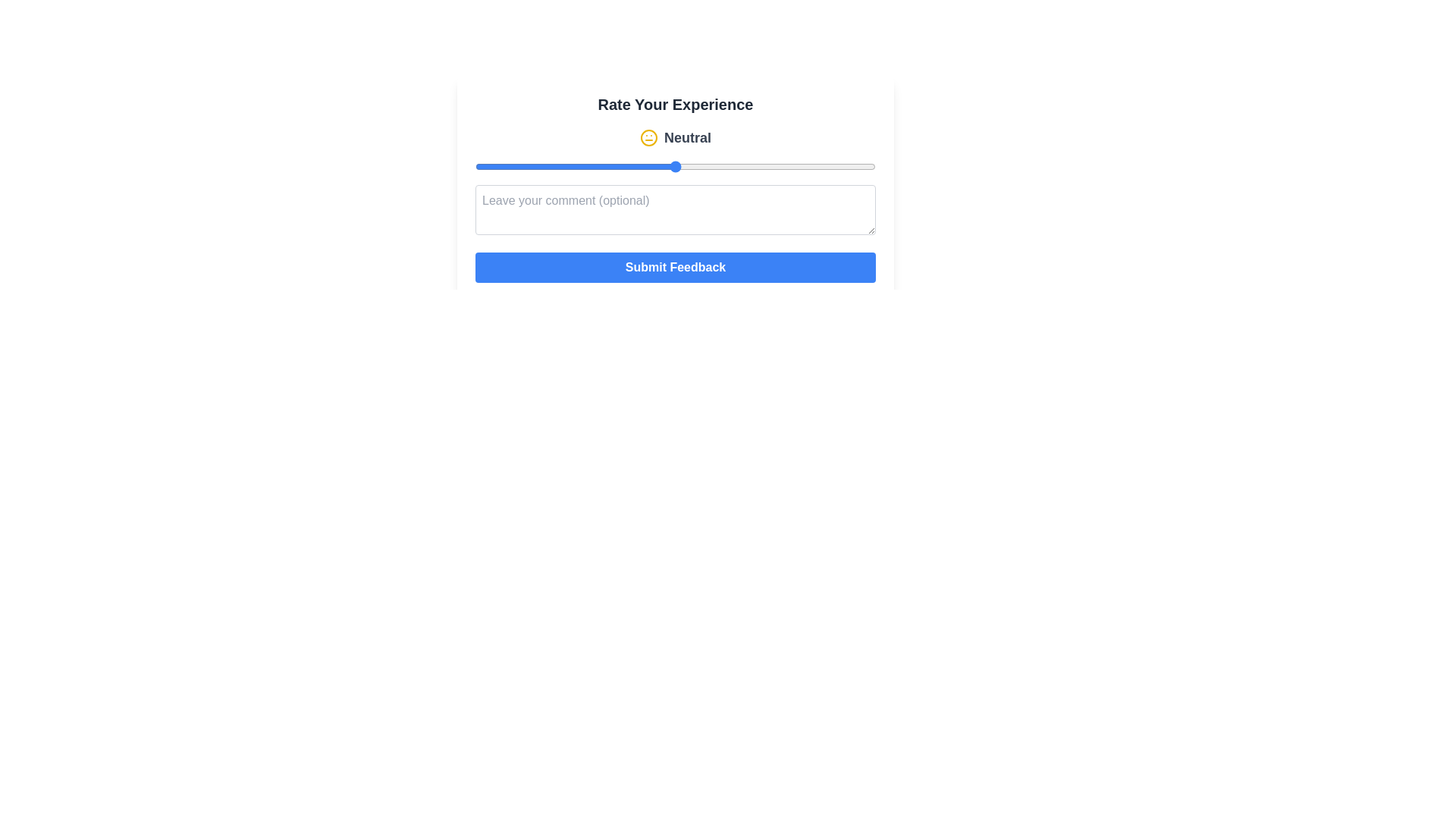 The width and height of the screenshot is (1456, 819). Describe the element at coordinates (775, 166) in the screenshot. I see `the rating slider to set the rating to 4 (1 to 5)` at that location.